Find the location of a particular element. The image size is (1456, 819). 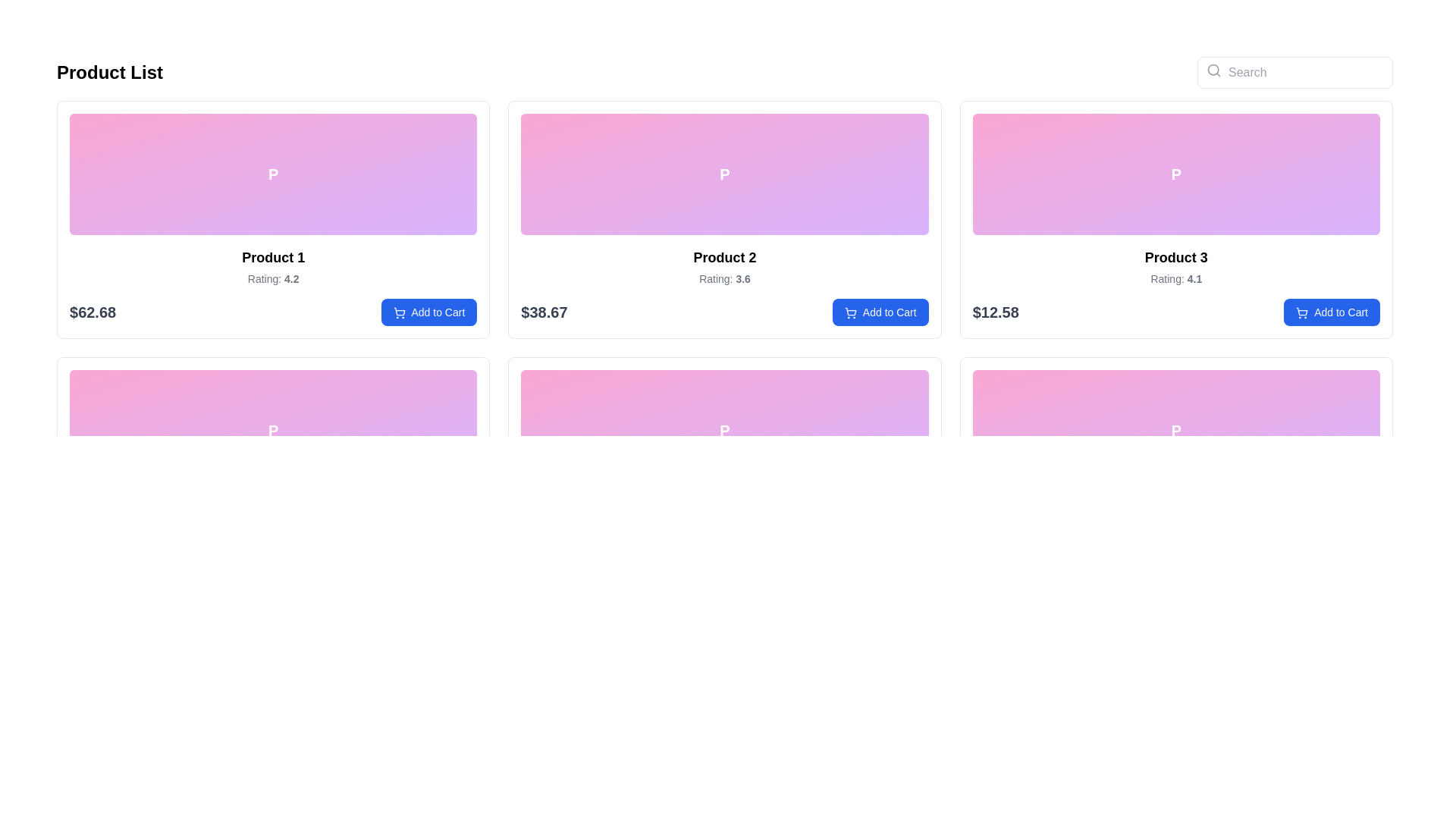

the central circle of the magnifying glass icon, located at the top right corner of the interface, which visually represents the lens part of the icon next to the 'Search' input field is located at coordinates (1213, 70).